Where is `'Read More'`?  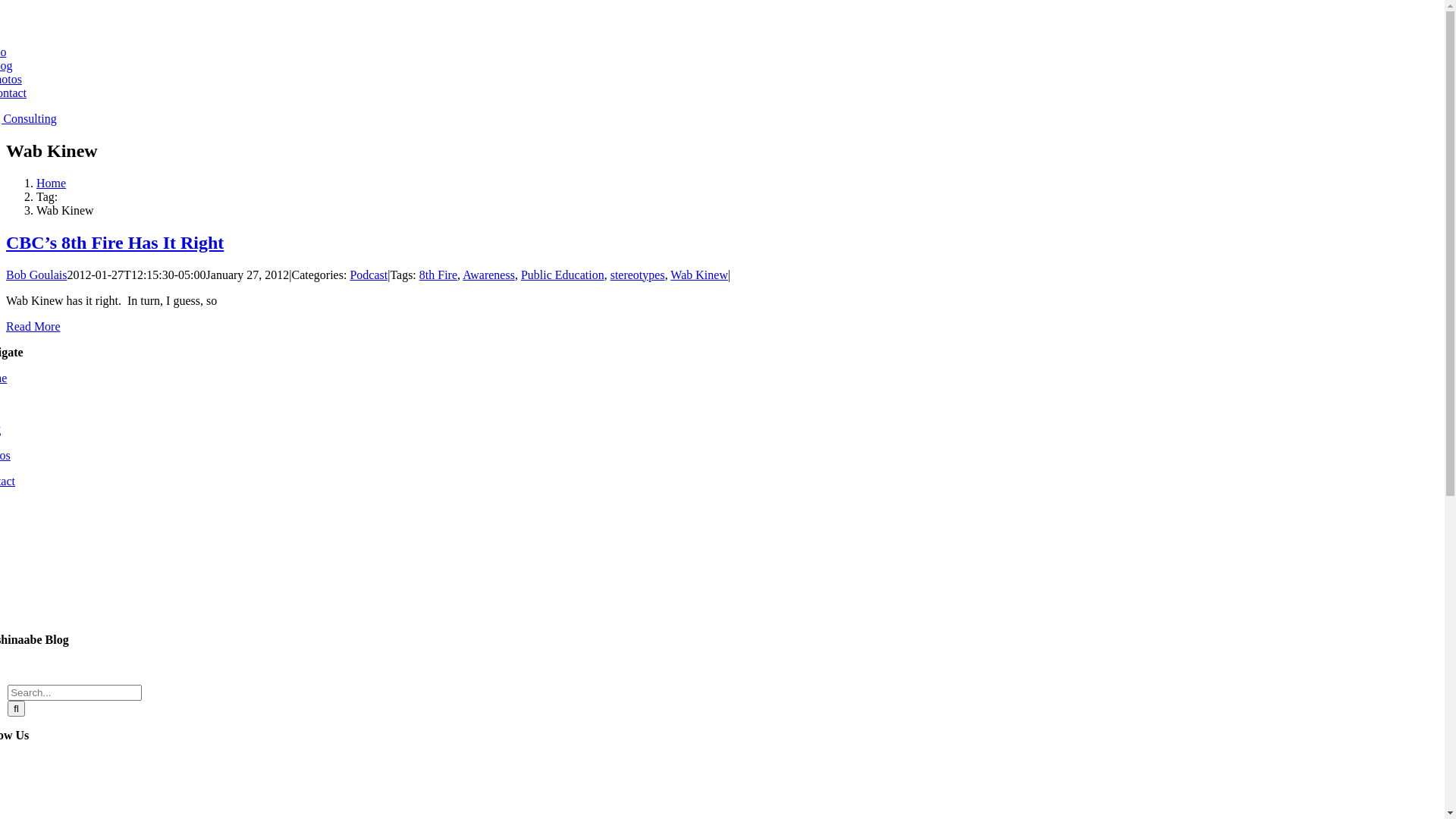 'Read More' is located at coordinates (33, 325).